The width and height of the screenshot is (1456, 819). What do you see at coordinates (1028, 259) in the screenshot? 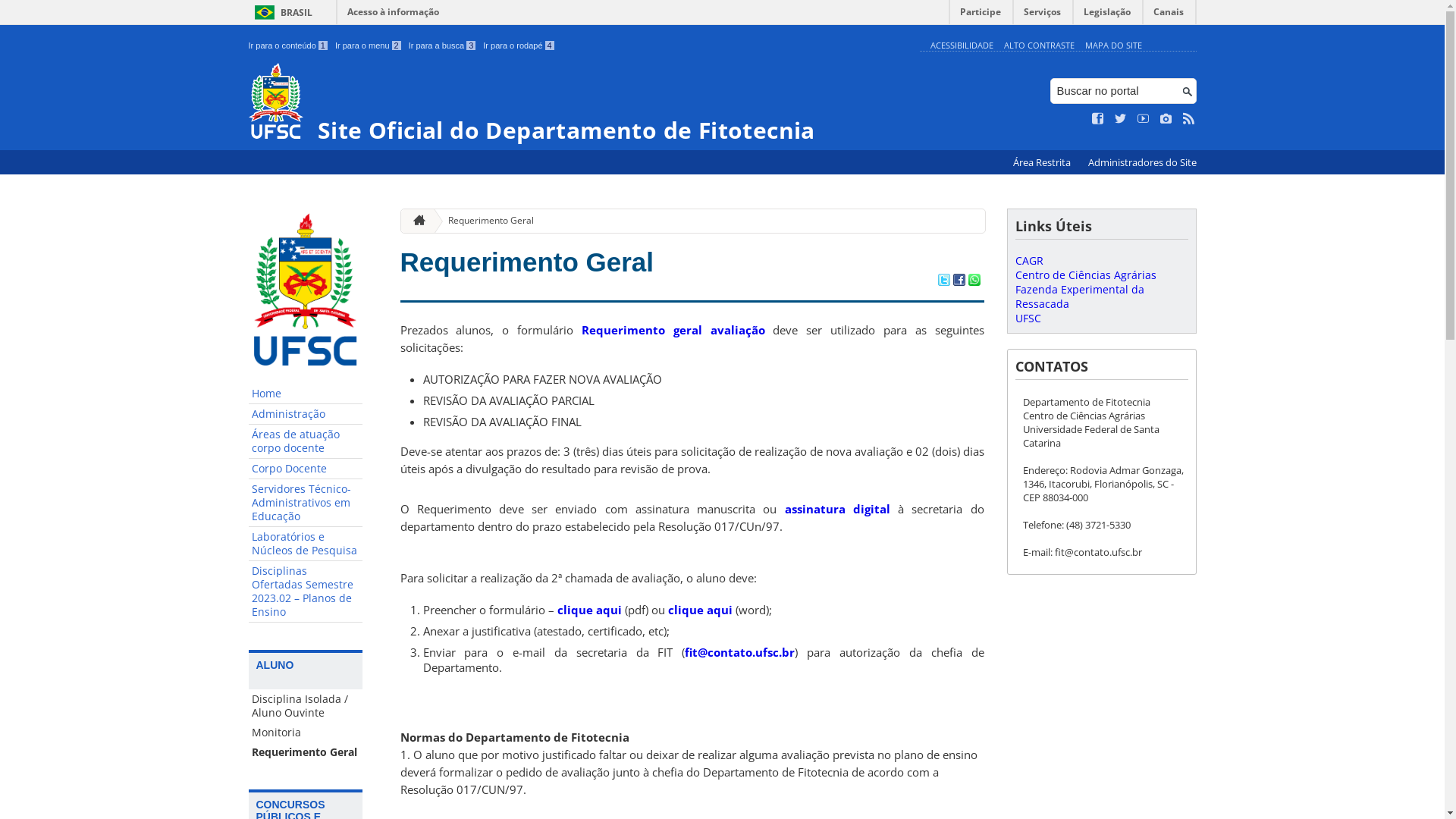
I see `'CAGR'` at bounding box center [1028, 259].